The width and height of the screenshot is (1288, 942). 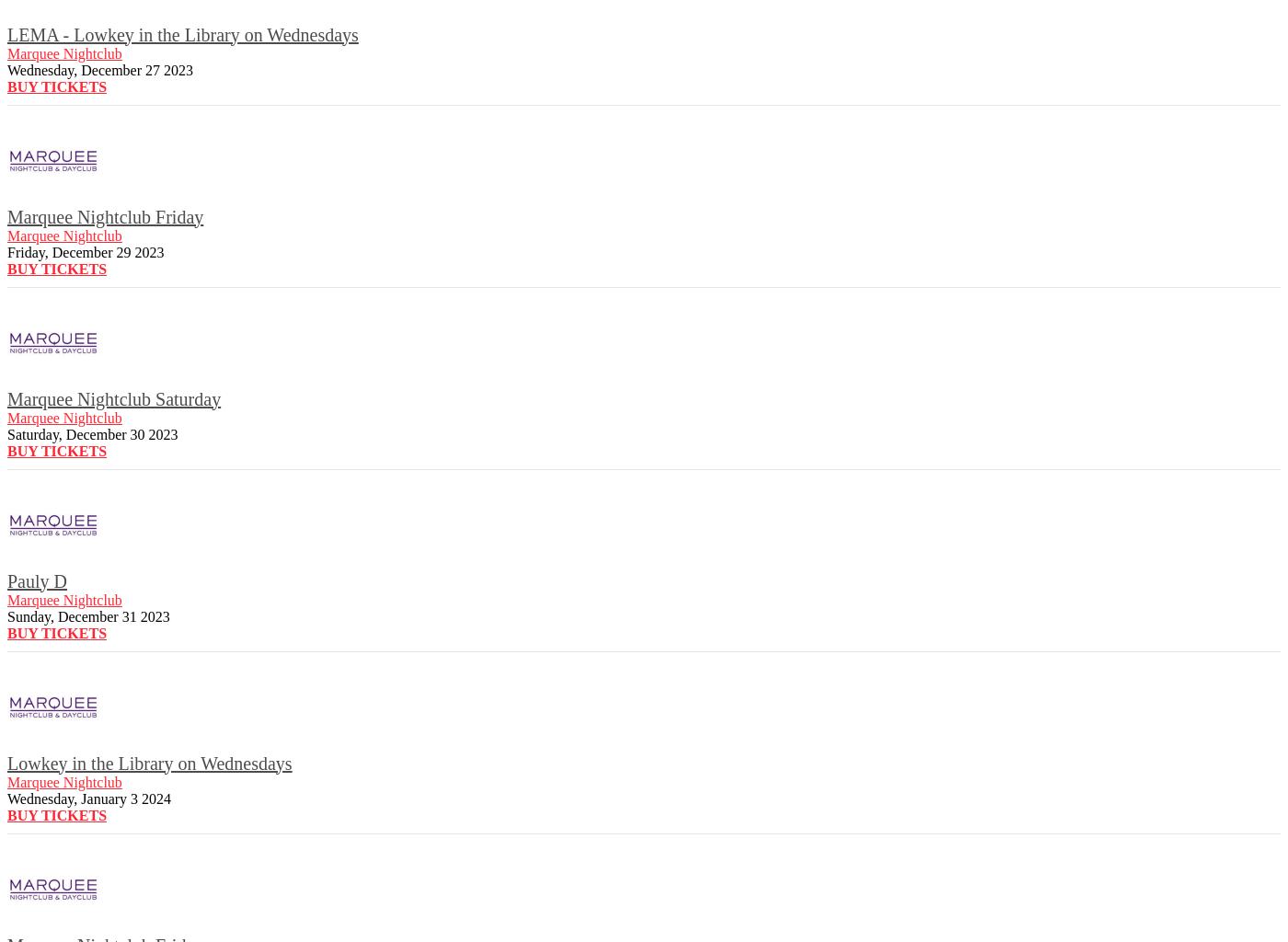 What do you see at coordinates (6, 762) in the screenshot?
I see `'Lowkey in the Library on Wednesdays'` at bounding box center [6, 762].